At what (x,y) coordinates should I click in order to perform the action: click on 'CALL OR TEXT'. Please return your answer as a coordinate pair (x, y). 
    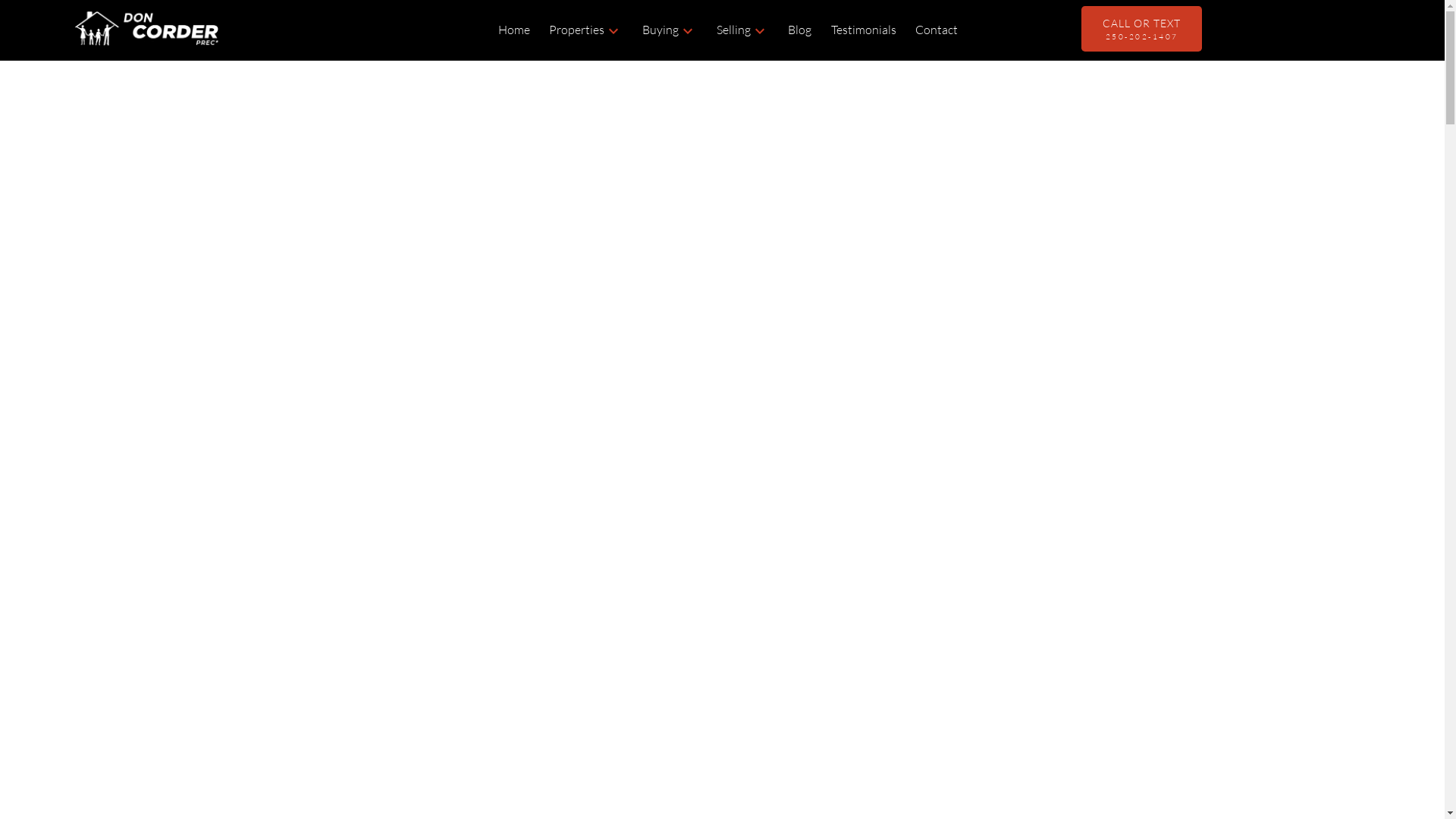
    Looking at the image, I should click on (1141, 29).